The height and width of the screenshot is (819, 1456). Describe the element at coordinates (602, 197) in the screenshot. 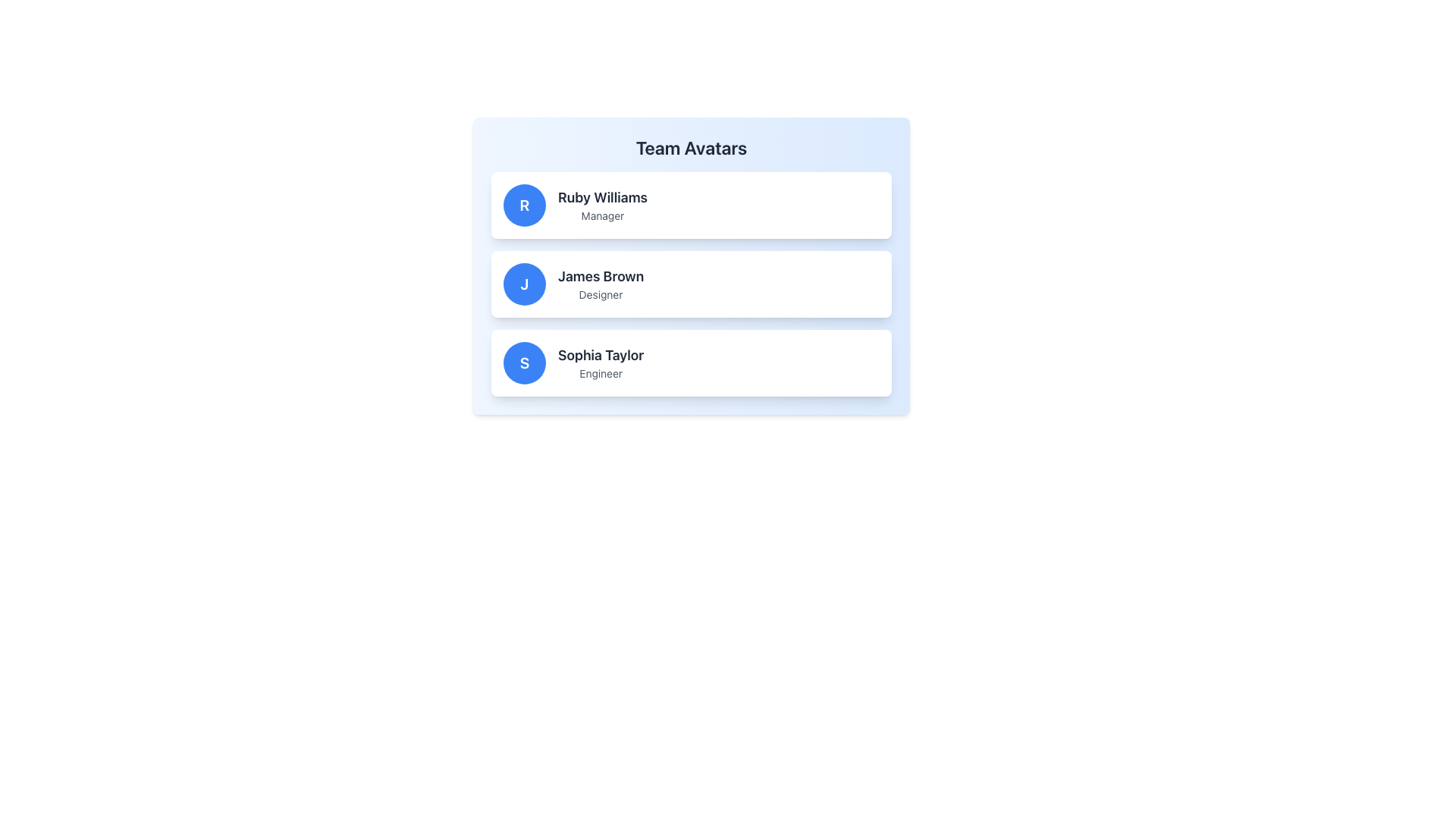

I see `the Text Label that represents the name of an individual in the team member list to initiate a related action such as viewing the profile` at that location.